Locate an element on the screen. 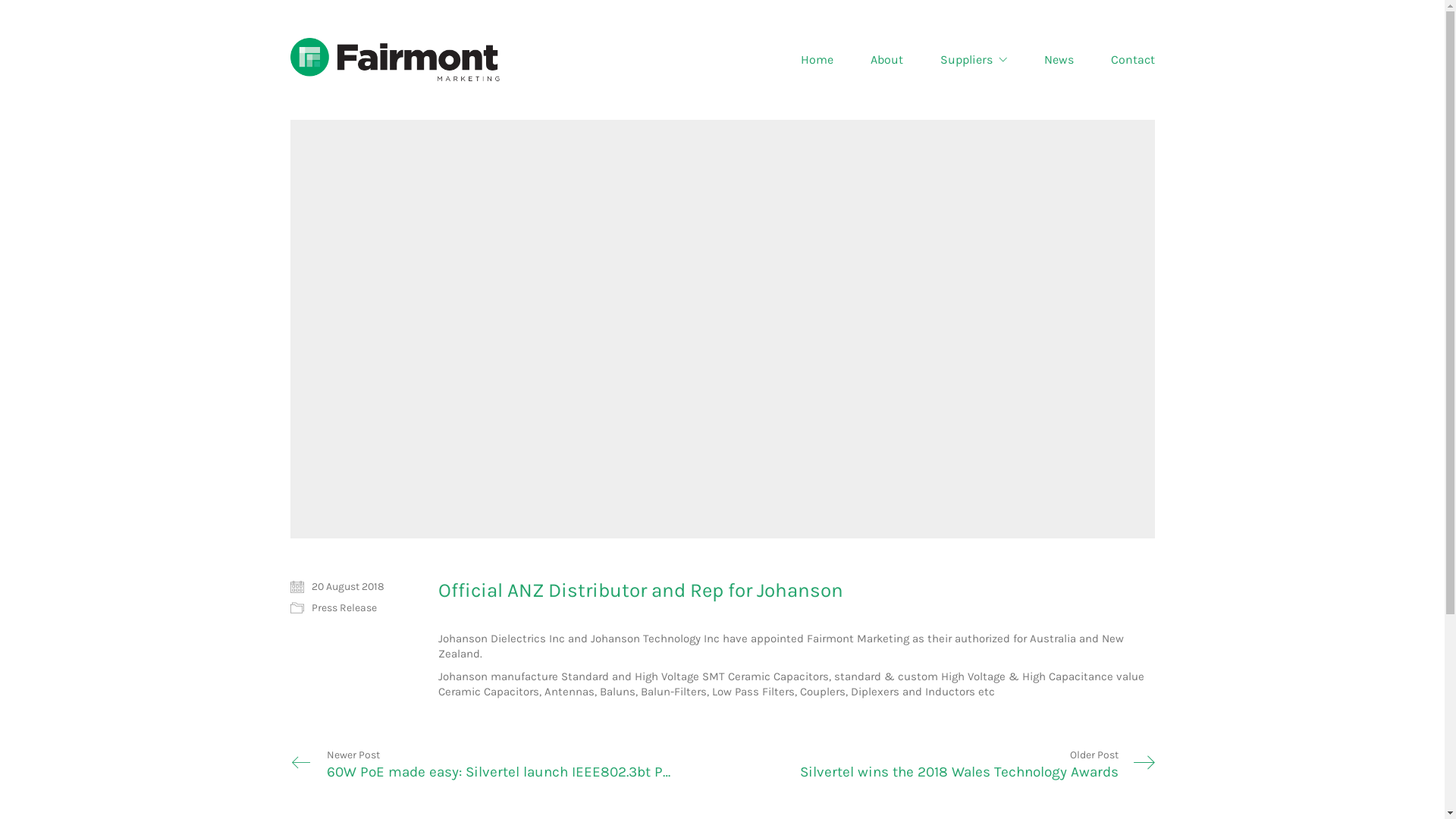  'Home' is located at coordinates (816, 58).